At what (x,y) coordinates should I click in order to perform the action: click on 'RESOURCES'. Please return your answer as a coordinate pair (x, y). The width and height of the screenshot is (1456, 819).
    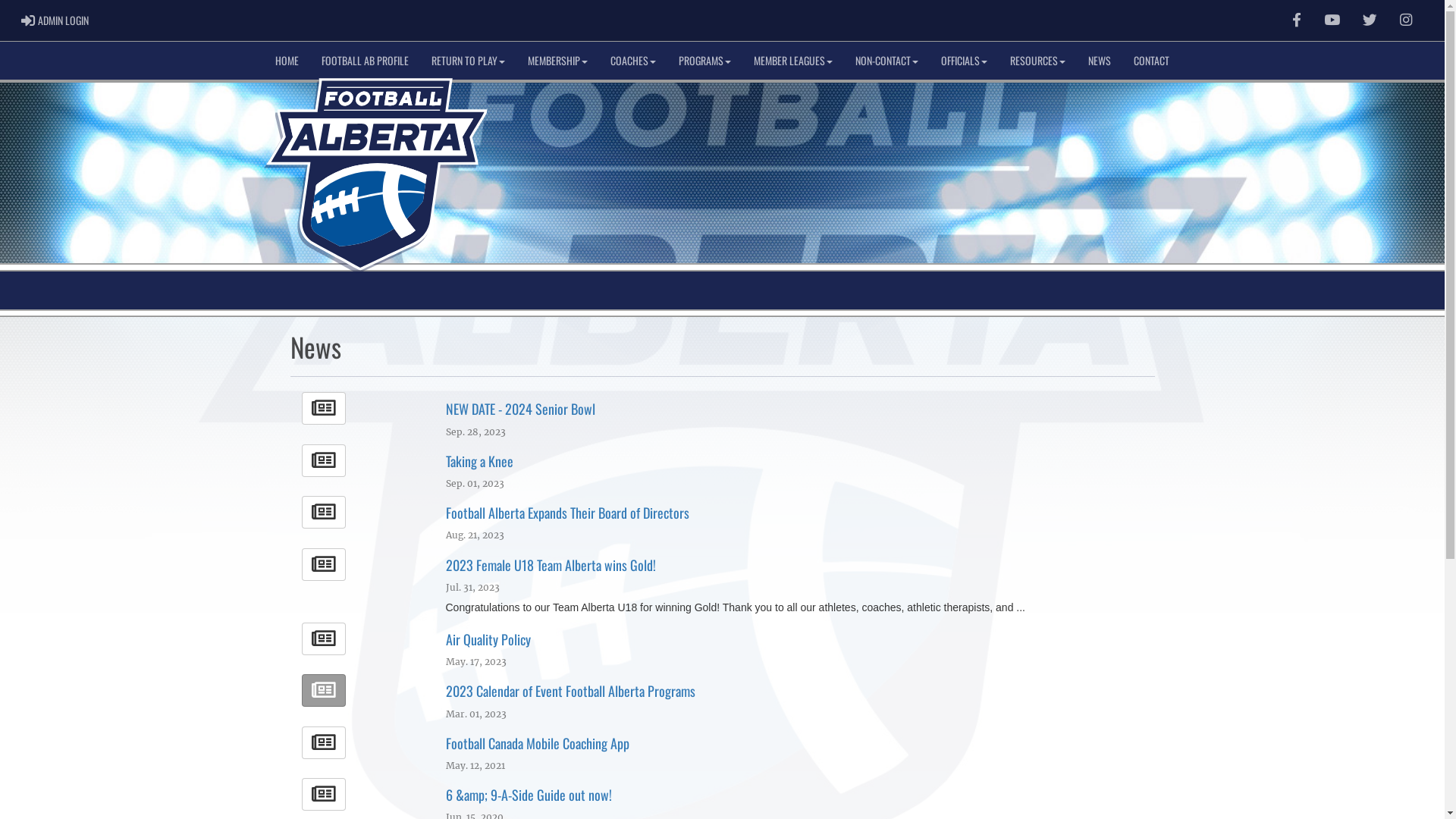
    Looking at the image, I should click on (998, 60).